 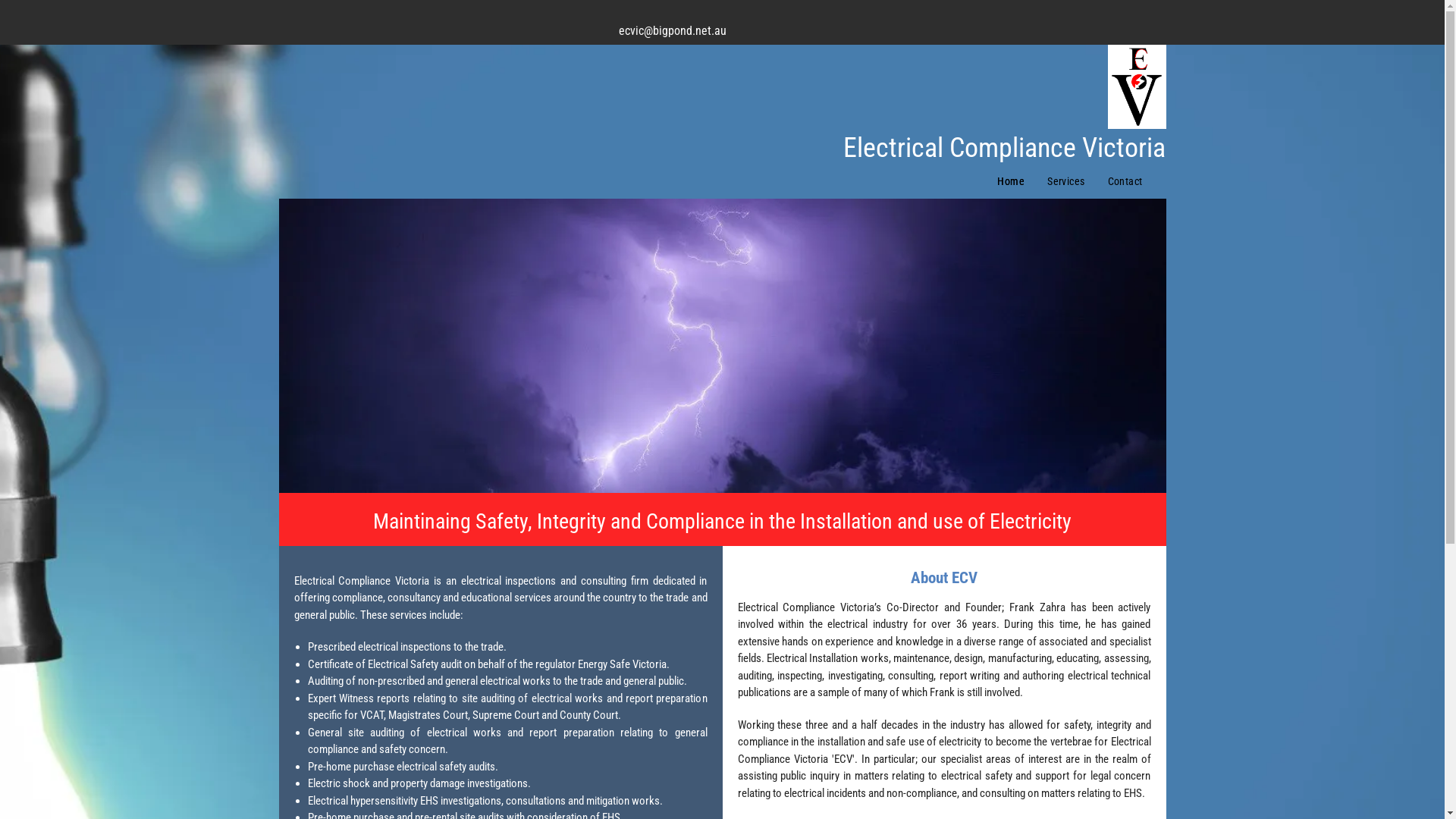 I want to click on 'Home', so click(x=1011, y=180).